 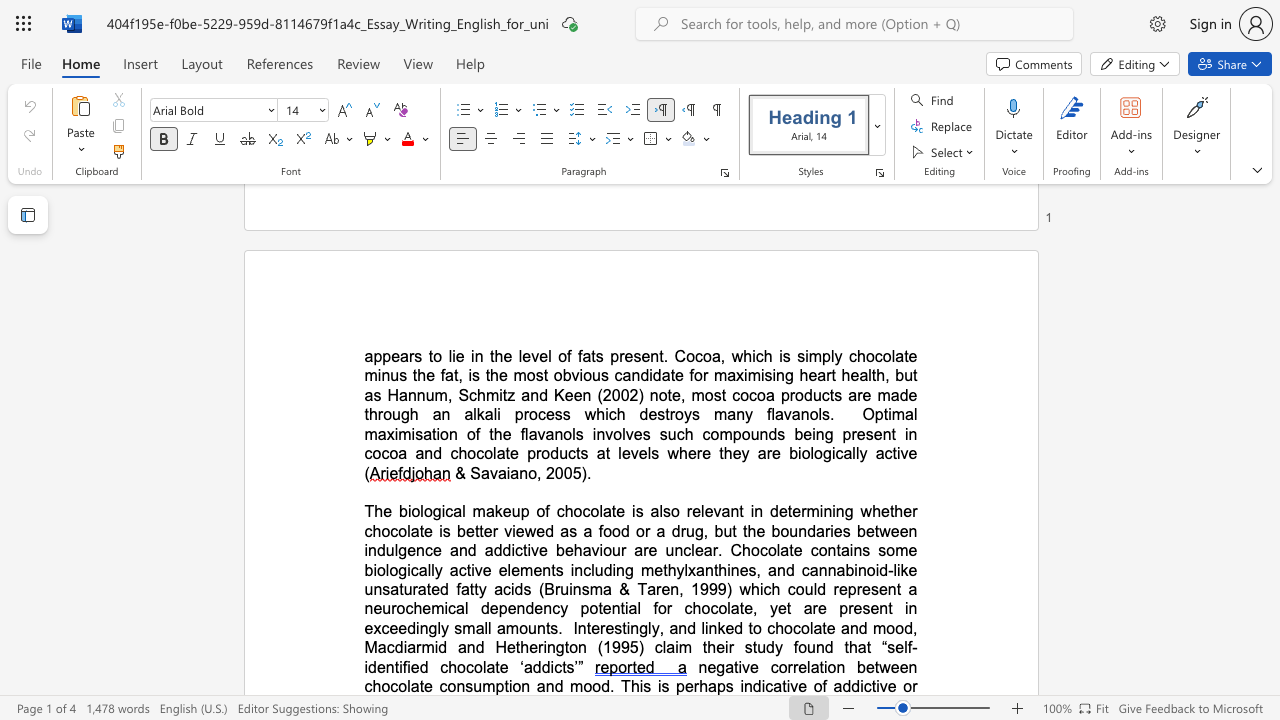 What do you see at coordinates (751, 685) in the screenshot?
I see `the subset text "dicat" within the text "perhaps indicative"` at bounding box center [751, 685].